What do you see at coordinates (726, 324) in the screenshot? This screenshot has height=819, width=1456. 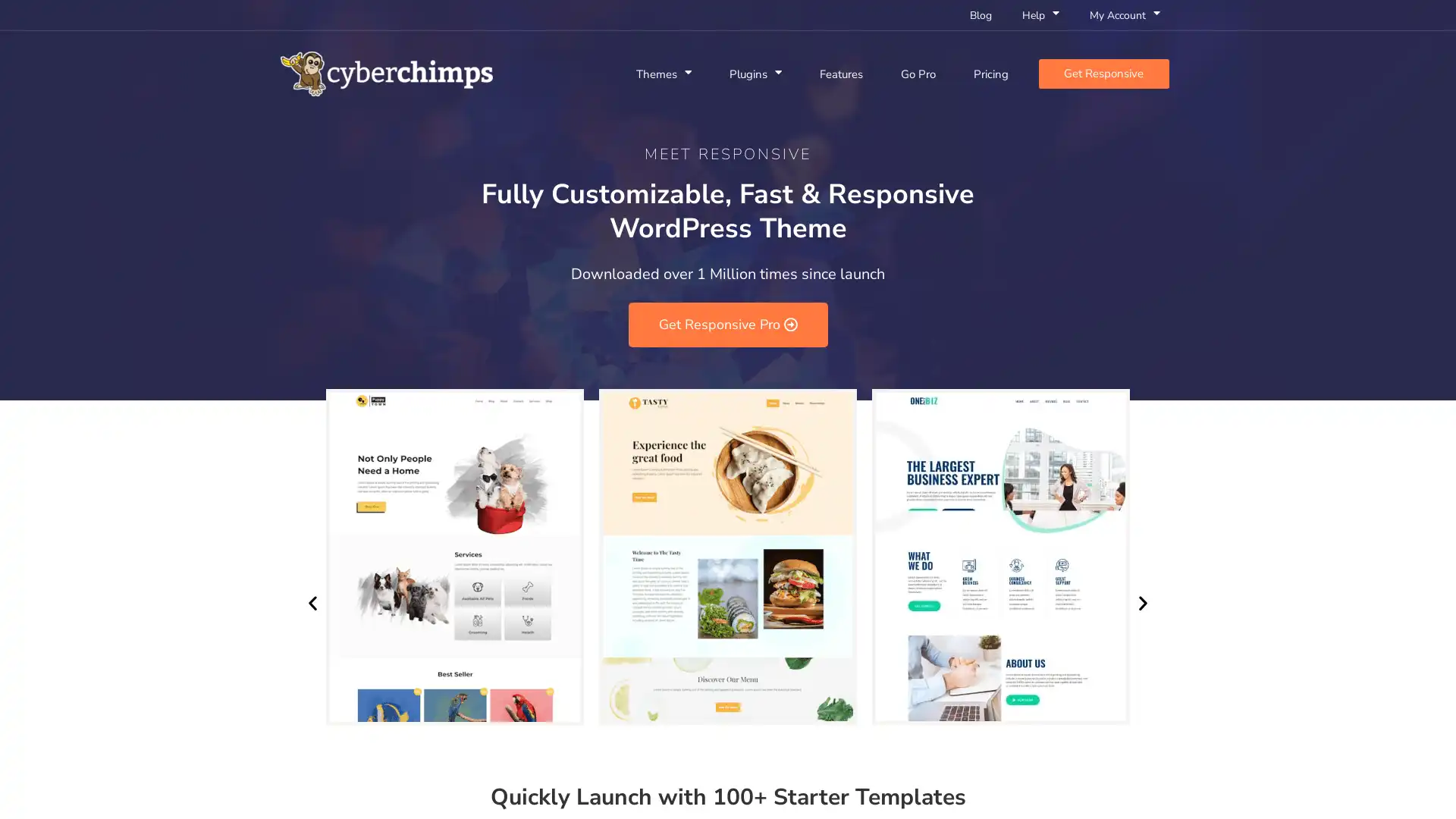 I see `Get Responsive Pro` at bounding box center [726, 324].